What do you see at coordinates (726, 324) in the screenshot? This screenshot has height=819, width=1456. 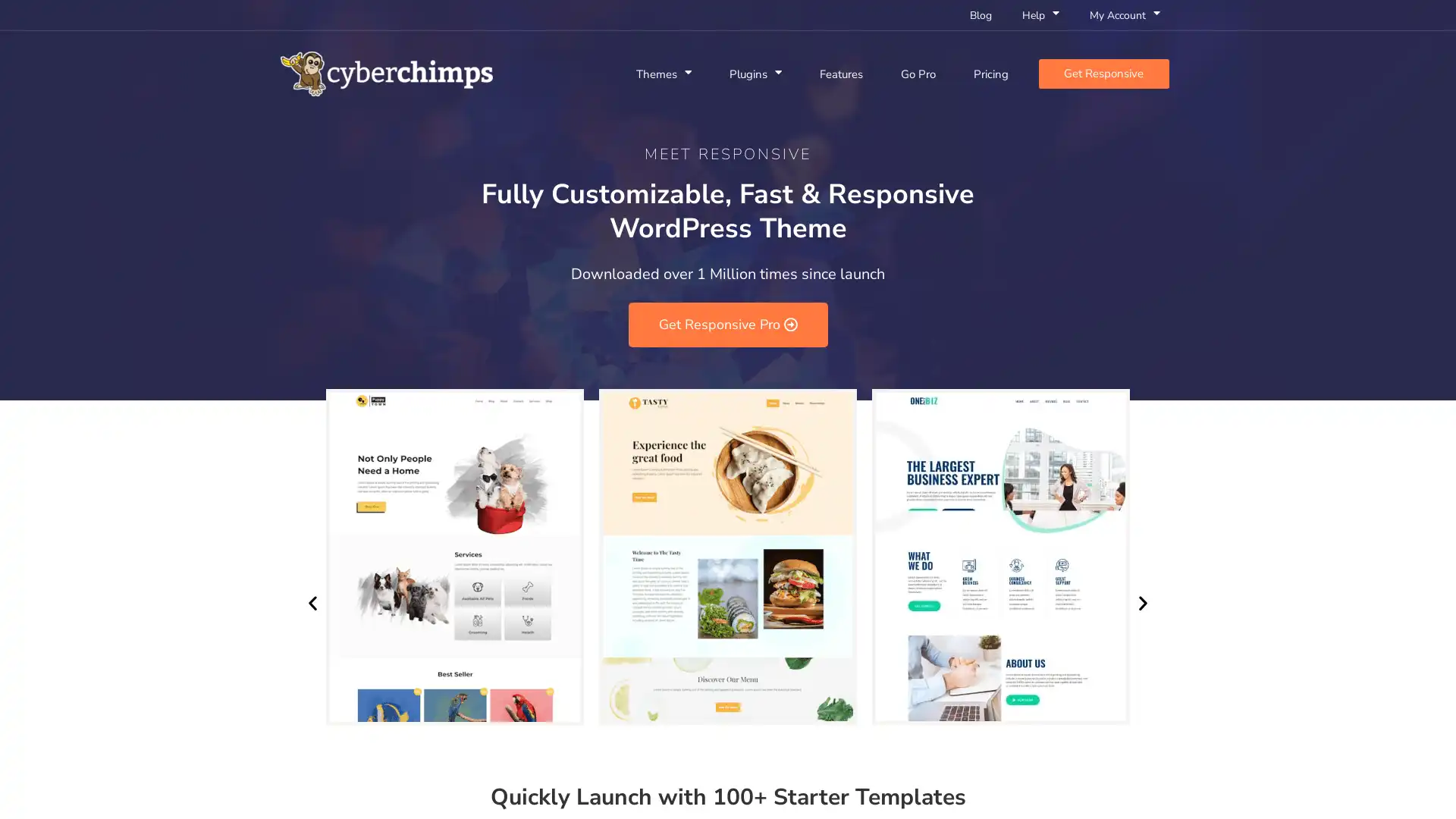 I see `Get Responsive Pro` at bounding box center [726, 324].